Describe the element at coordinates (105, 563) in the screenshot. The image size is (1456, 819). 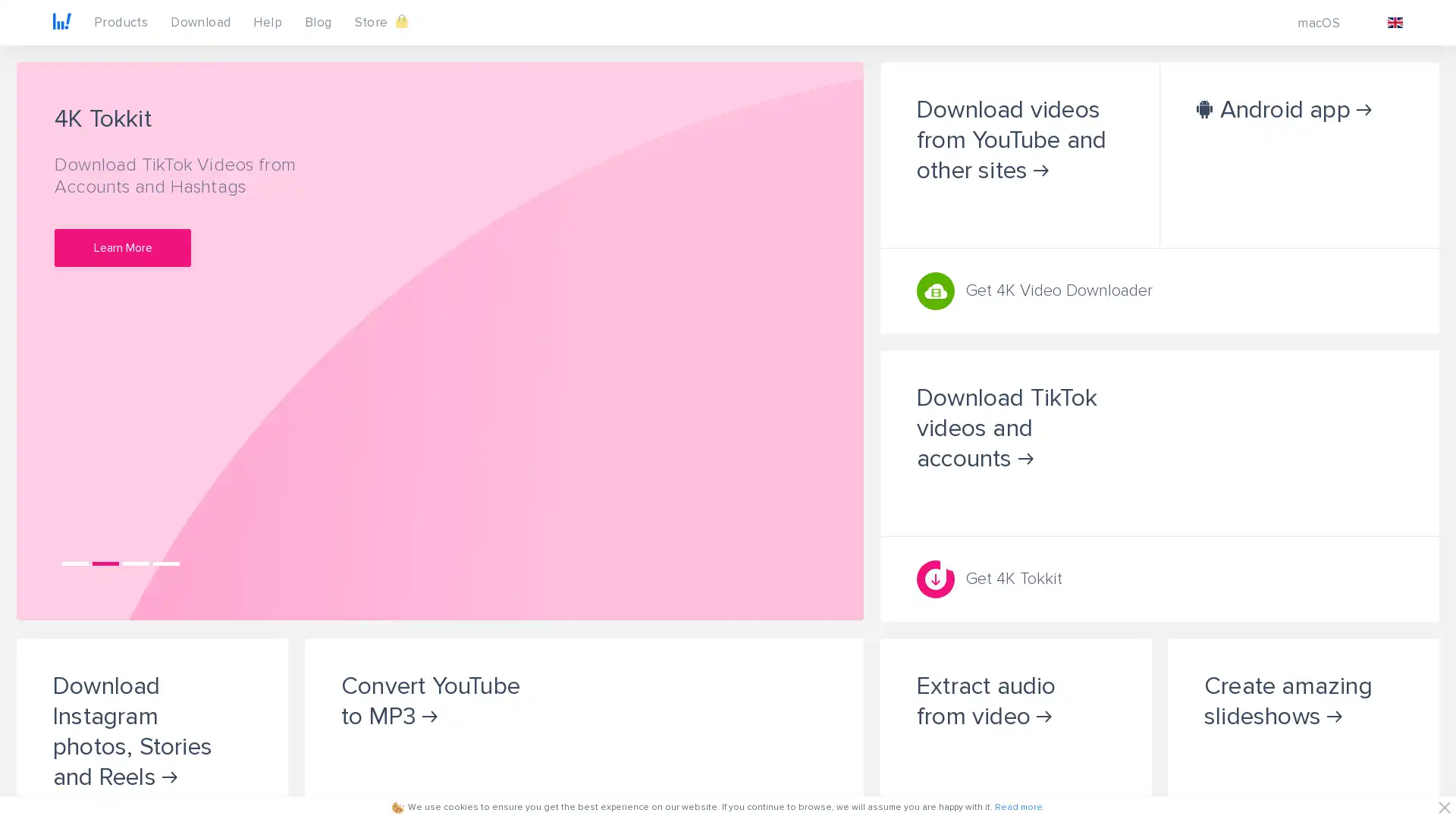
I see `2` at that location.